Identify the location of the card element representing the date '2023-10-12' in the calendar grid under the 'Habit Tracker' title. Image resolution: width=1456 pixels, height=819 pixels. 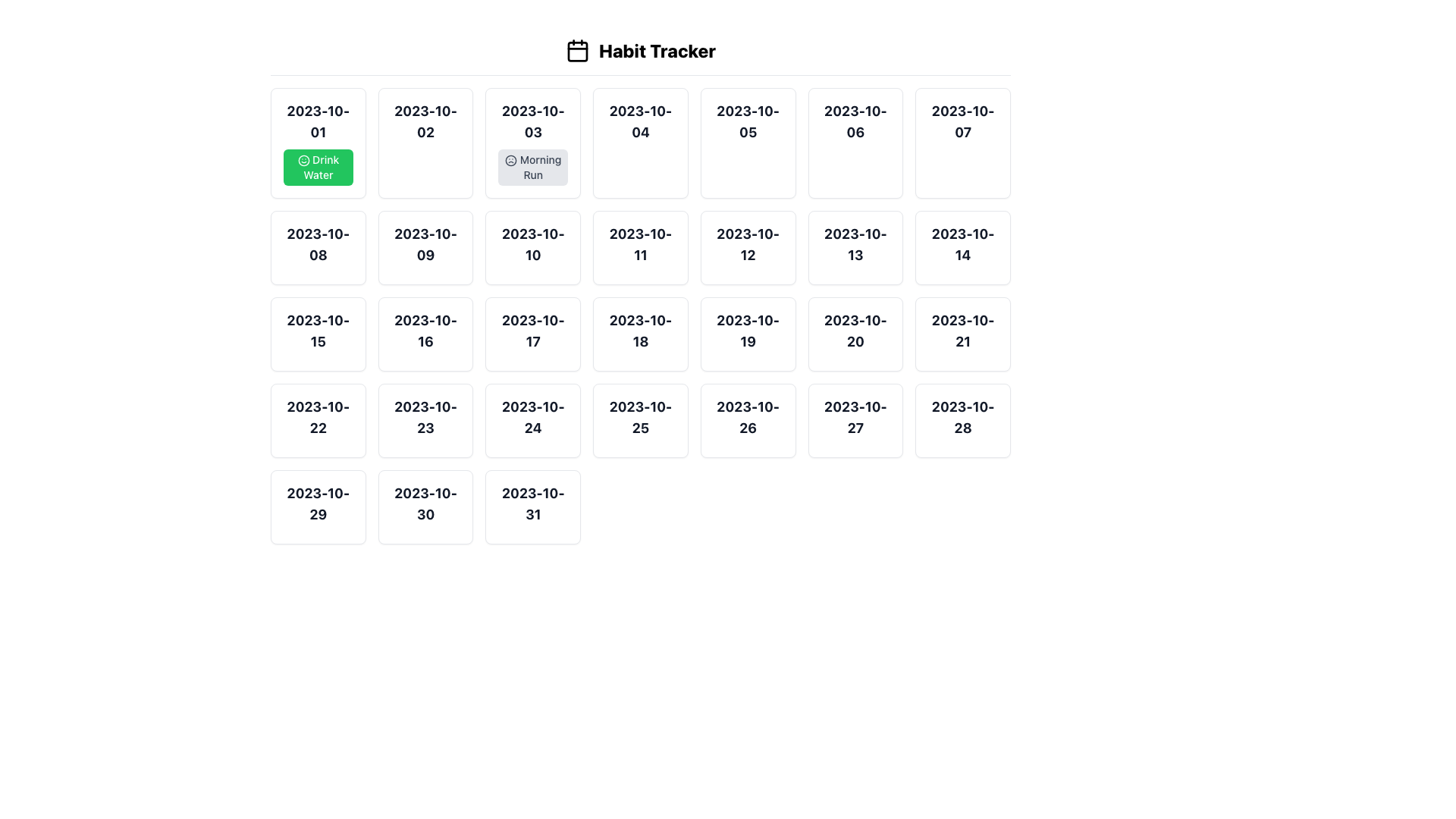
(748, 247).